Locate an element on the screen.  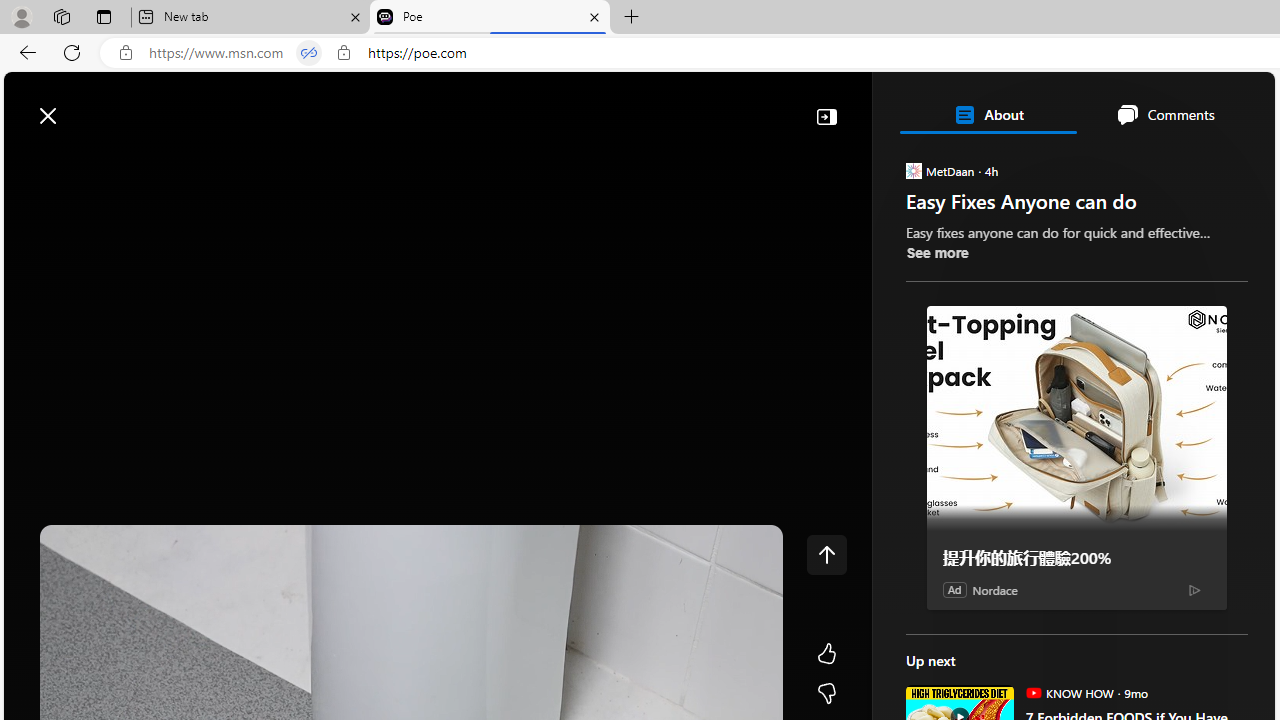
'Collapse' is located at coordinates (826, 115).